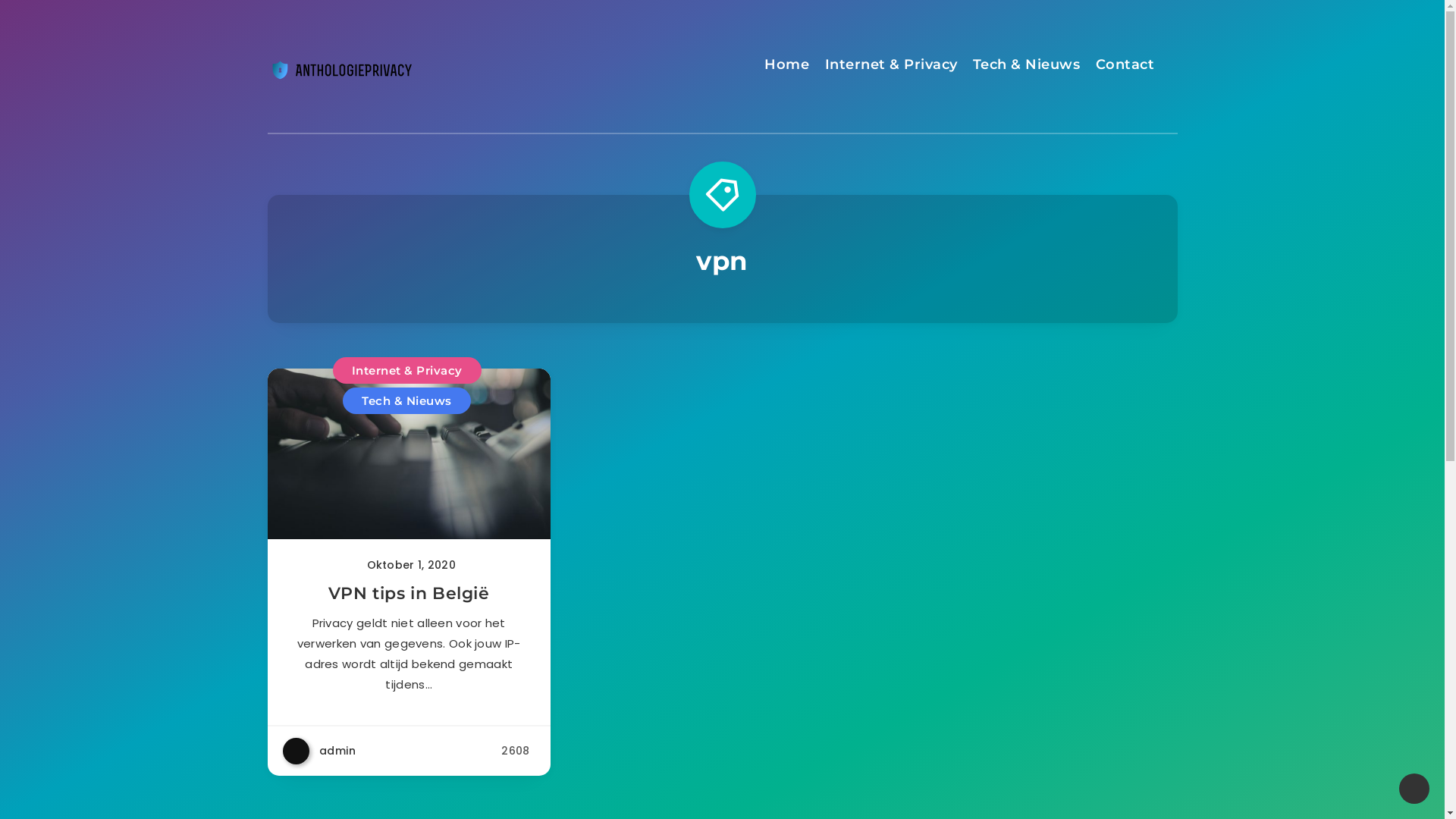  Describe the element at coordinates (341, 400) in the screenshot. I see `'Tech & Nieuws'` at that location.